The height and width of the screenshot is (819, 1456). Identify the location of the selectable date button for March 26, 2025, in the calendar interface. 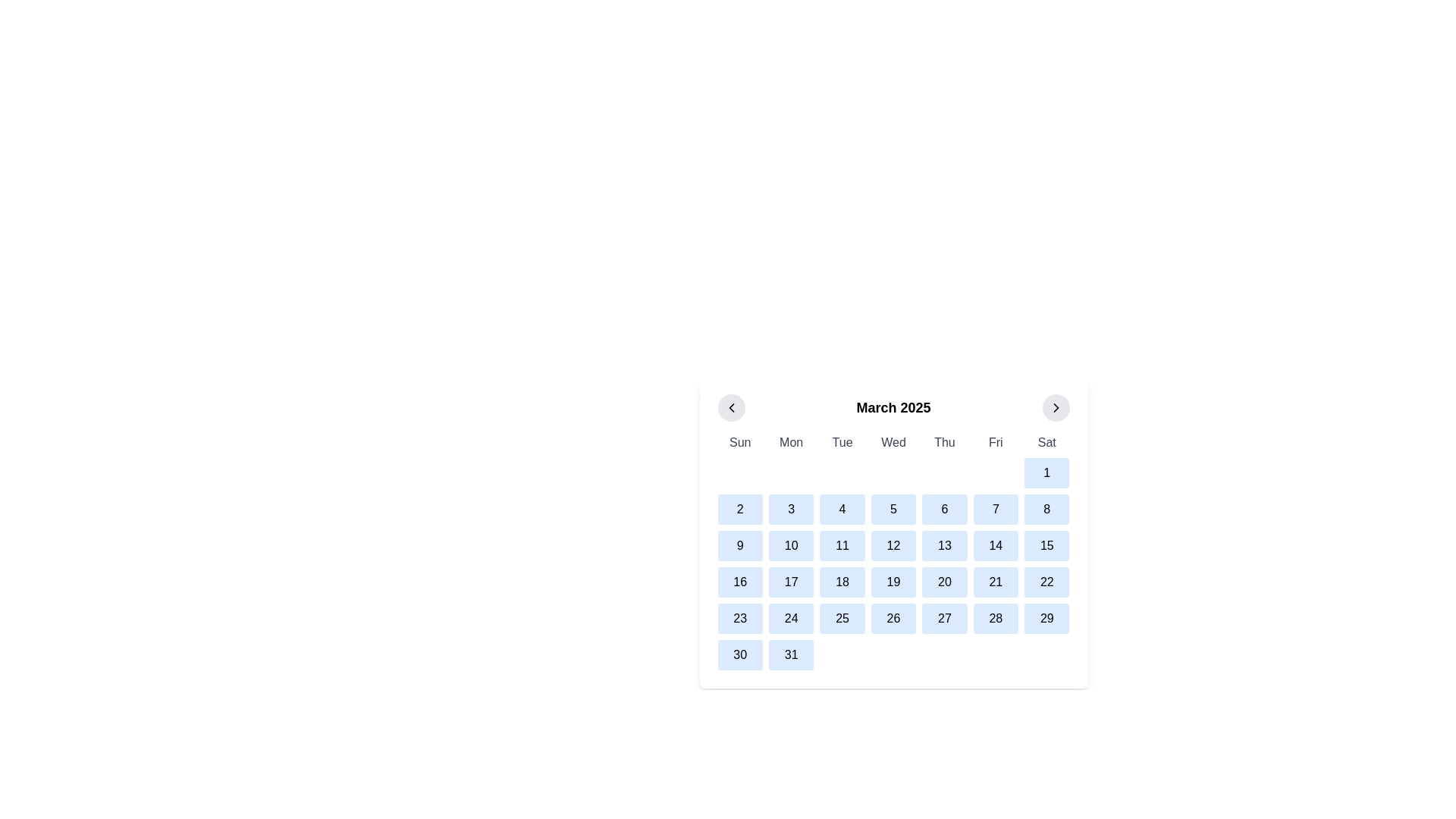
(893, 619).